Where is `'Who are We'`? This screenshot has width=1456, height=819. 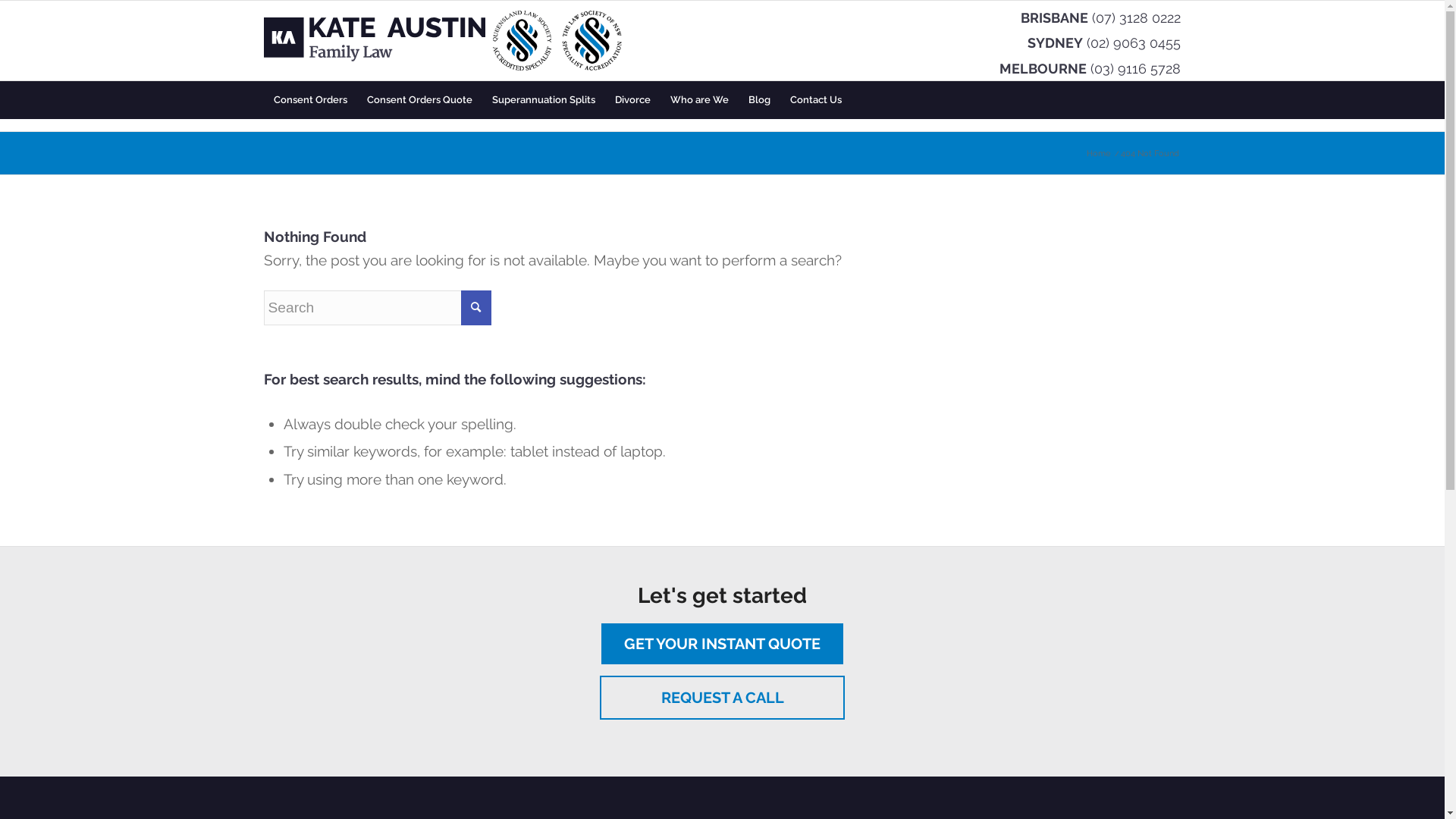
'Who are We' is located at coordinates (698, 99).